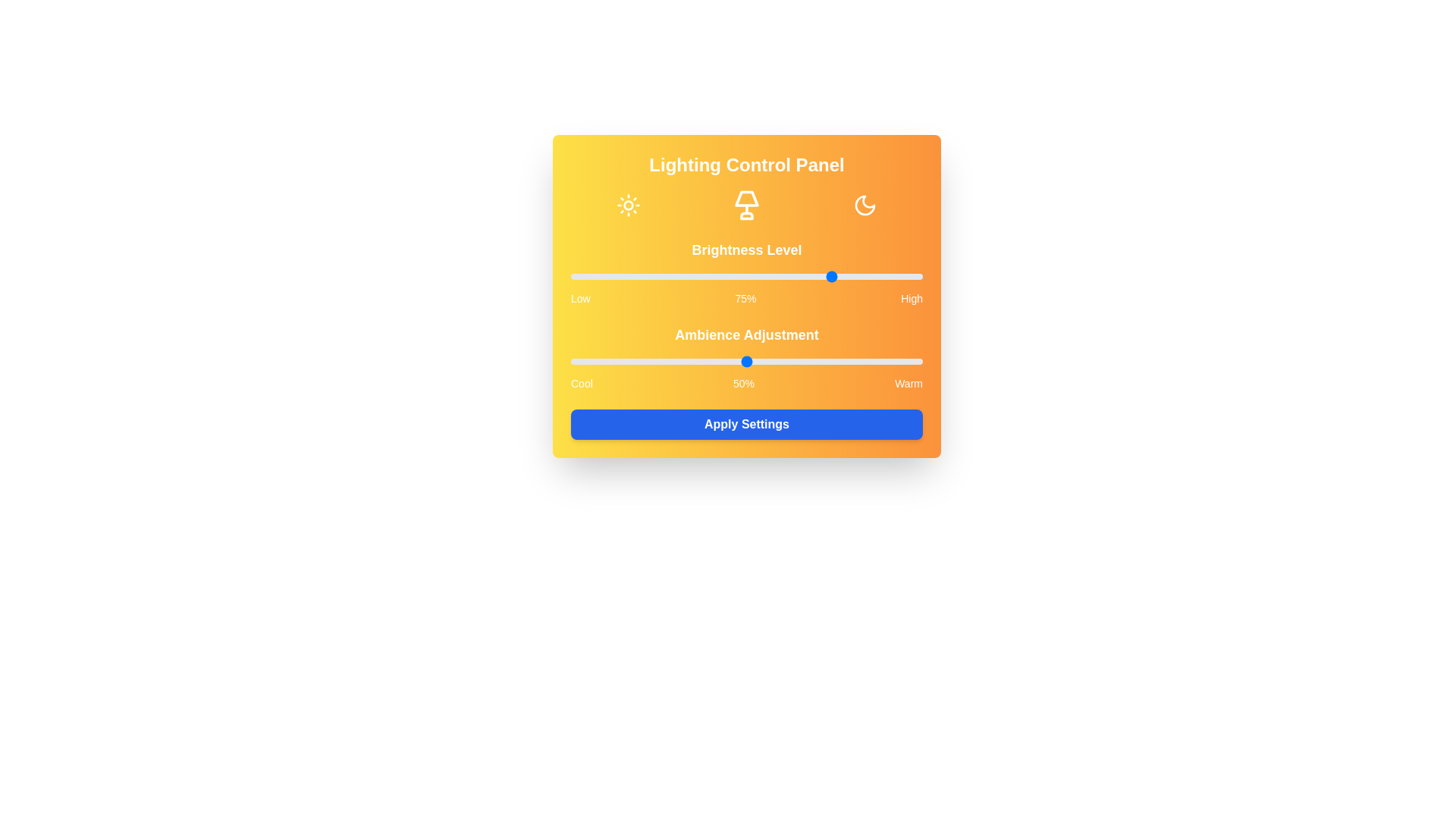  Describe the element at coordinates (617, 277) in the screenshot. I see `the brightness slider to set the brightness level to 13%` at that location.